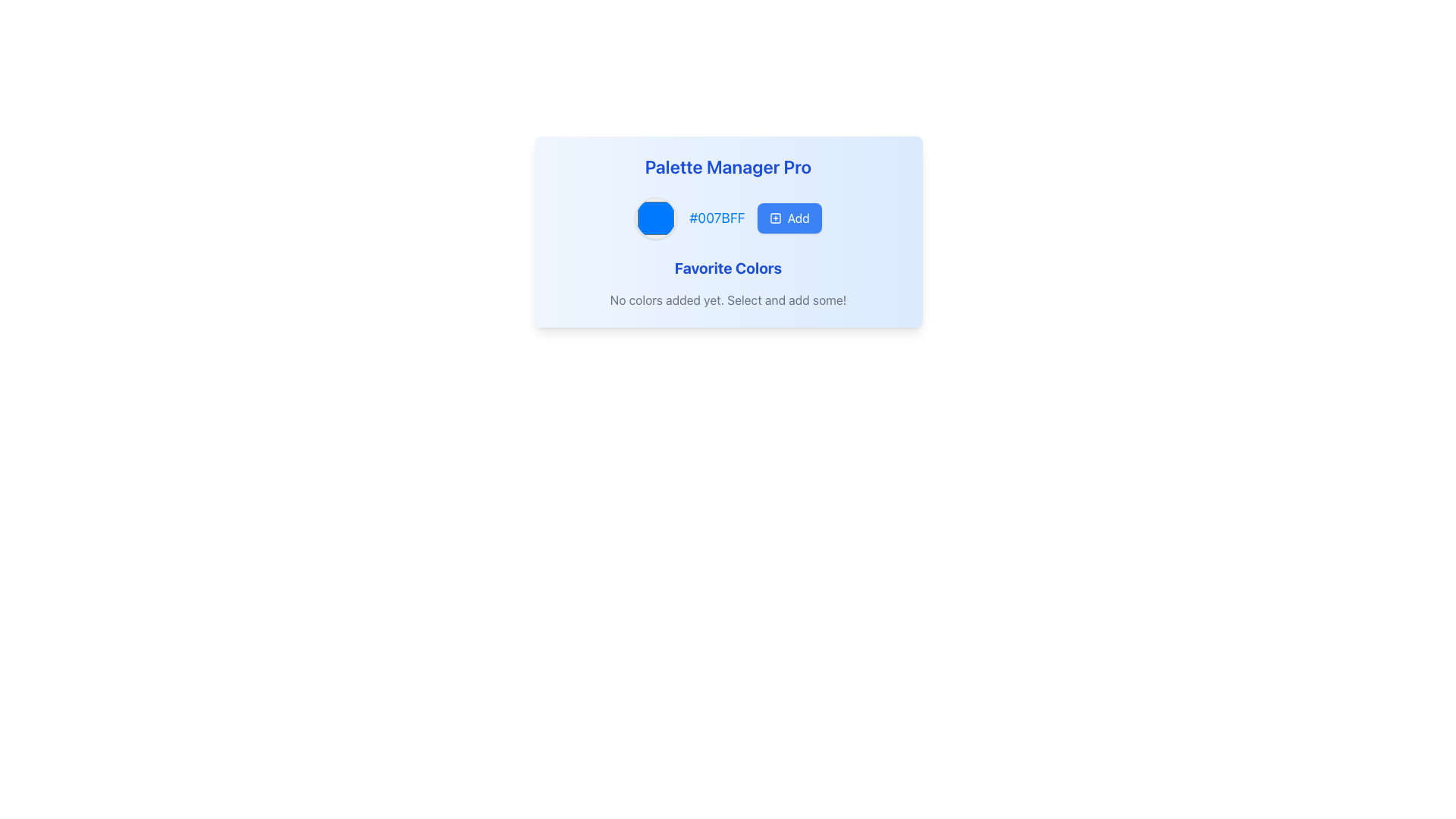  I want to click on the add icon located to the left of the 'Add' text in the button group at the top-right section of the card layout, so click(775, 218).